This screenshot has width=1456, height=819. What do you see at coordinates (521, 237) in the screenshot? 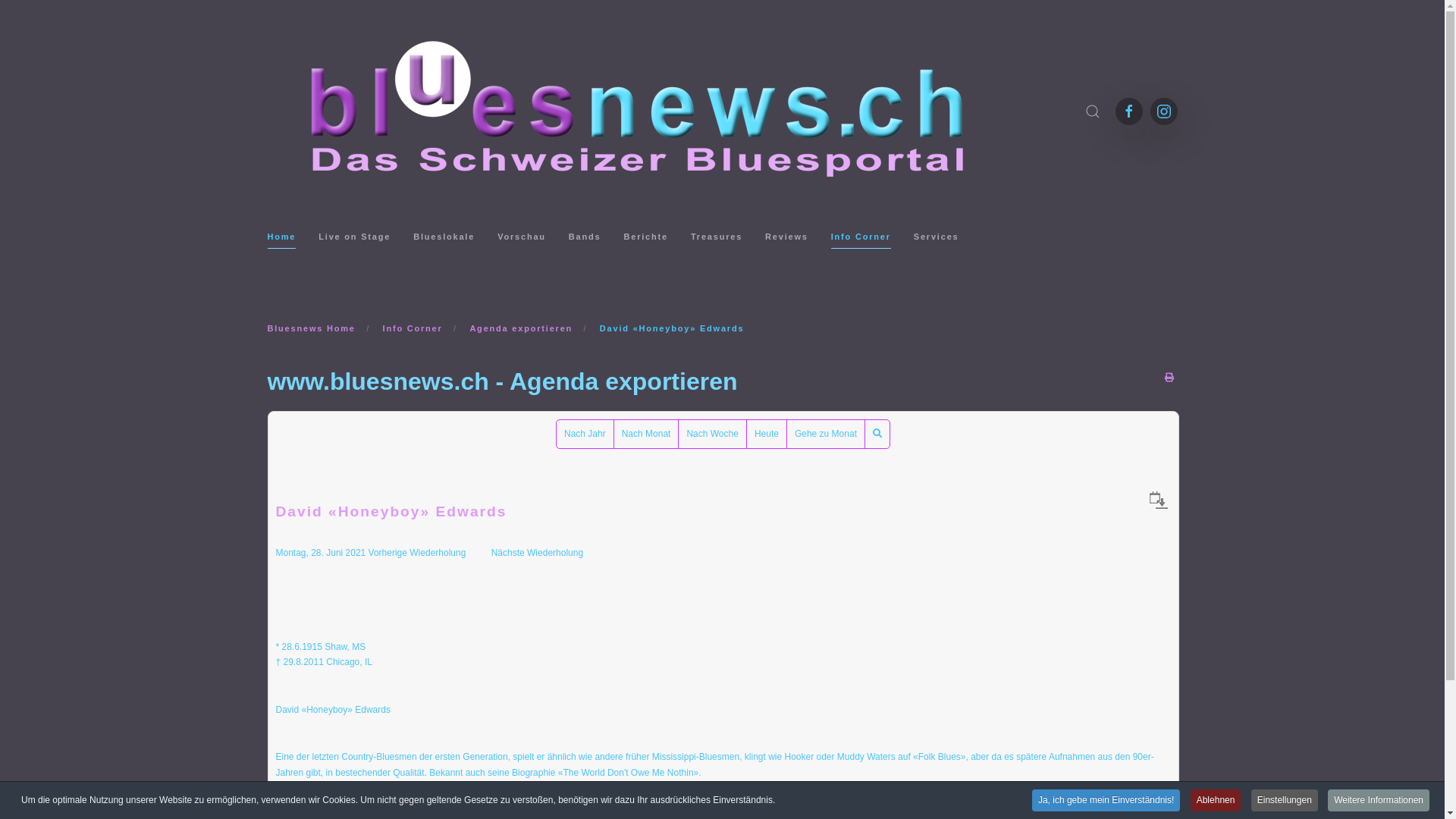
I see `'Vorschau'` at bounding box center [521, 237].